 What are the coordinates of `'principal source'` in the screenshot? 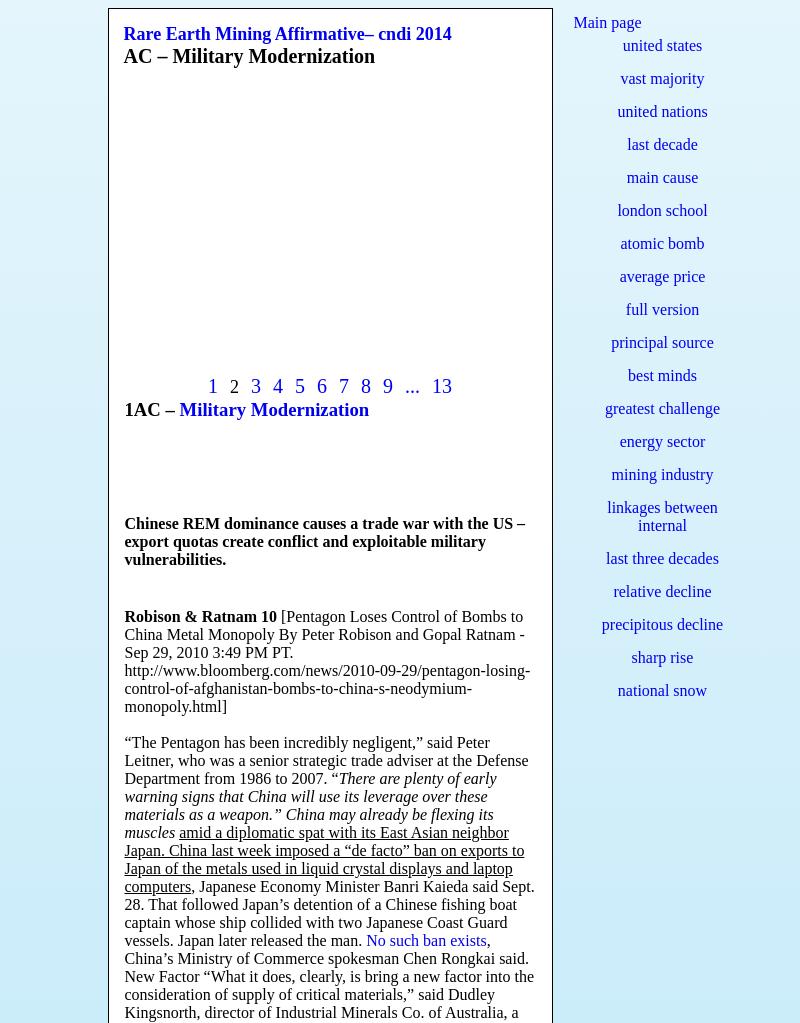 It's located at (661, 341).